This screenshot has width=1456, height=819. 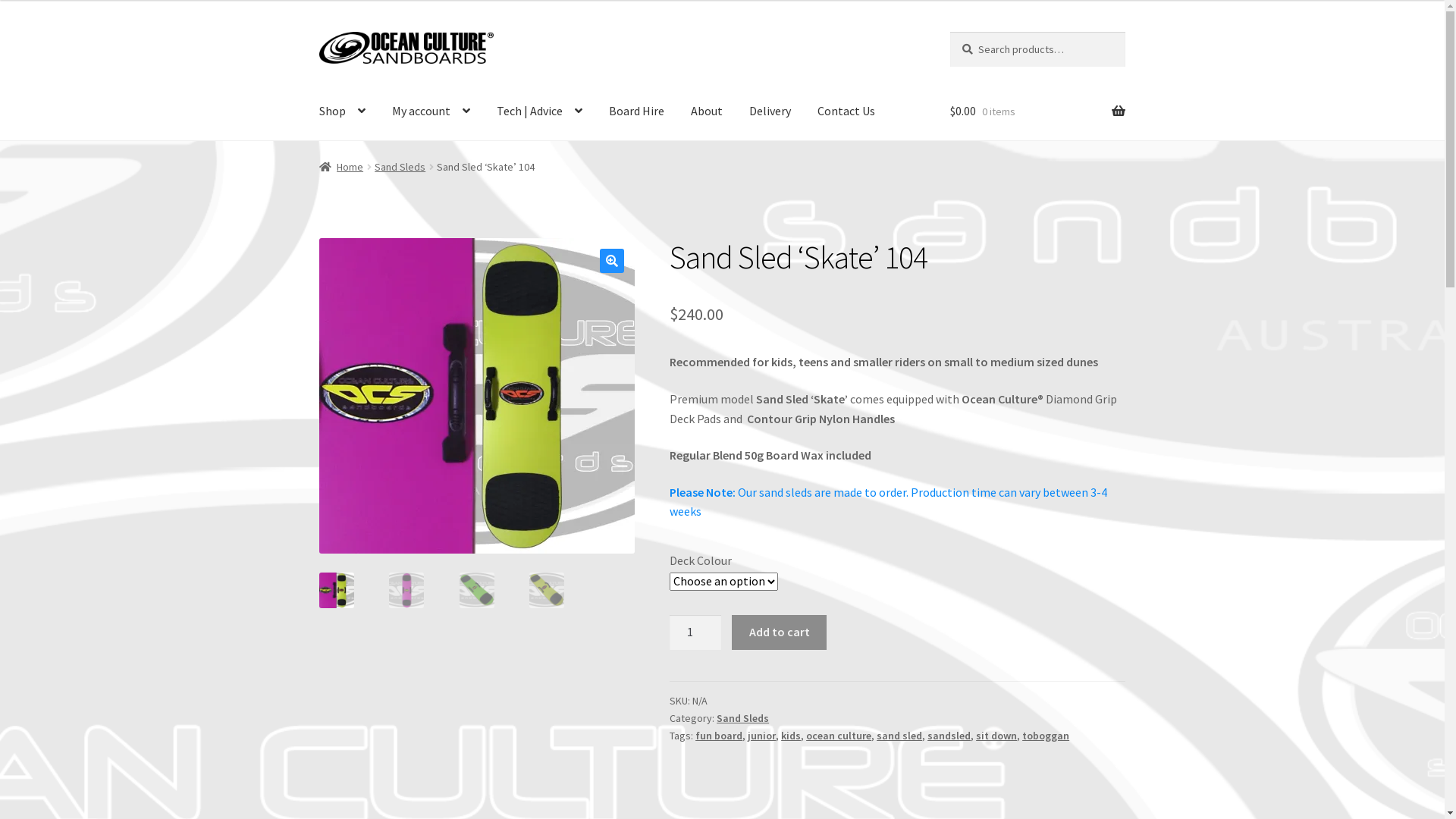 I want to click on 'Search', so click(x=949, y=31).